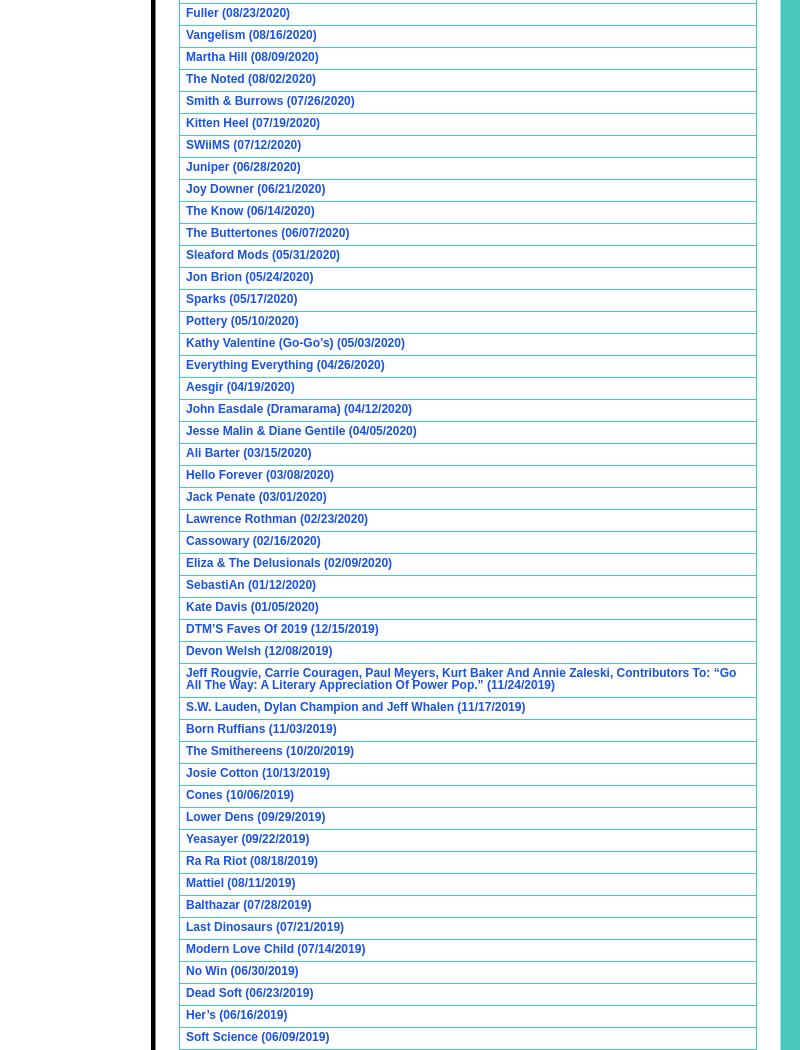  I want to click on 'Mattiel (08/11/2019)', so click(239, 882).